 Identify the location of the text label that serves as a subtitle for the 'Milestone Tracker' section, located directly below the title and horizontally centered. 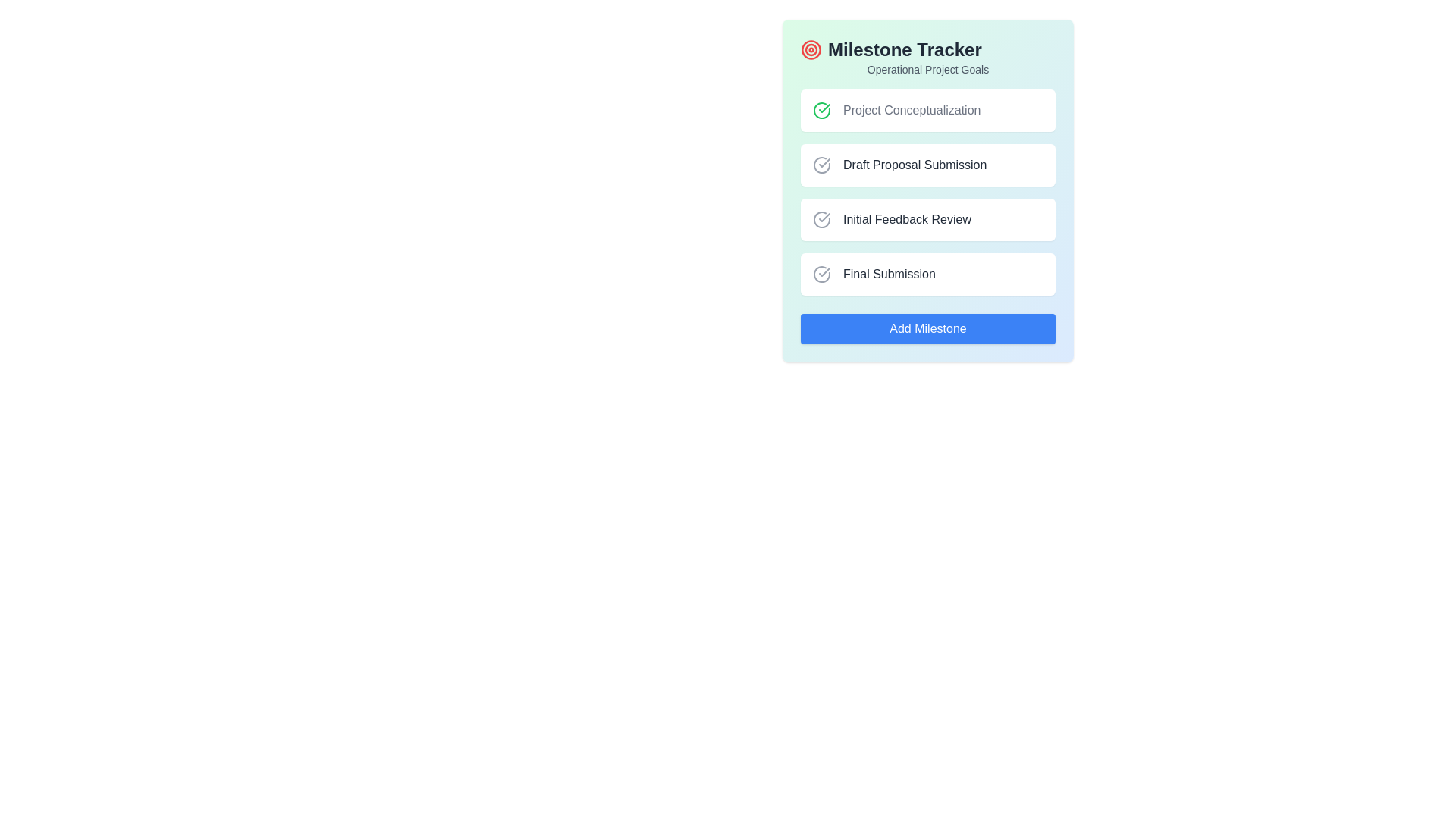
(927, 70).